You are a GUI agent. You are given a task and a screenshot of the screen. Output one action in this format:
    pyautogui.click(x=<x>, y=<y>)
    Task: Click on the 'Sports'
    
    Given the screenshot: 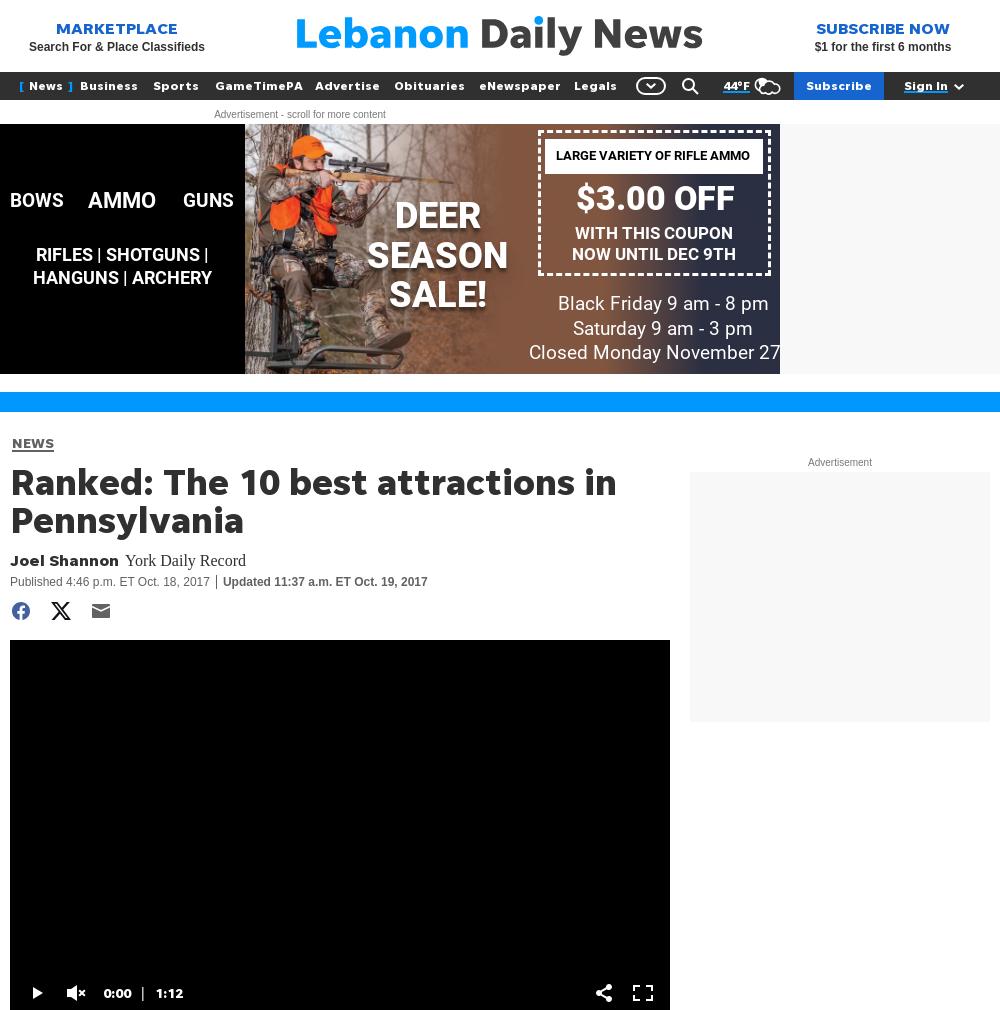 What is the action you would take?
    pyautogui.click(x=175, y=84)
    